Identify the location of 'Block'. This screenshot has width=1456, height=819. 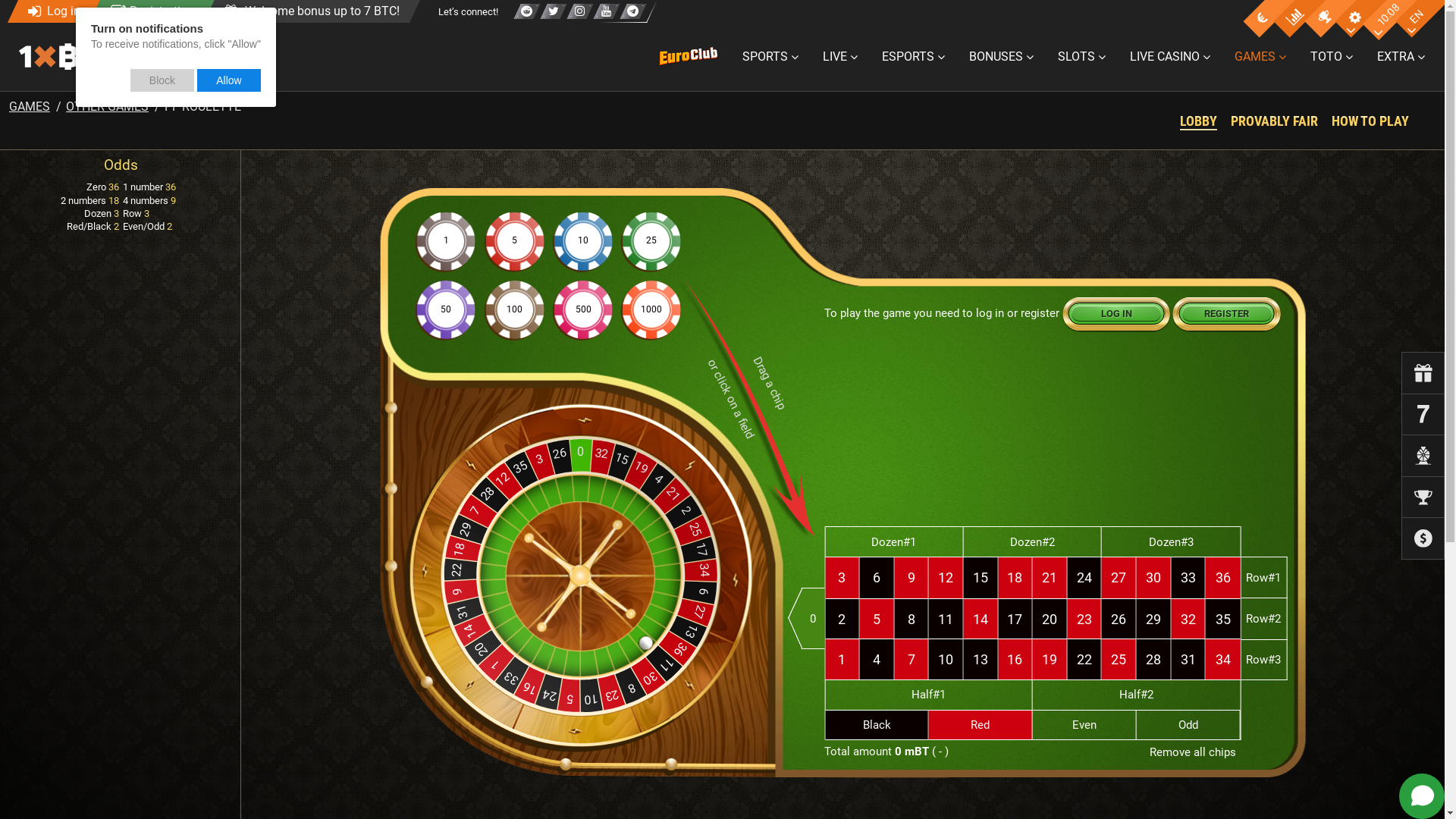
(162, 80).